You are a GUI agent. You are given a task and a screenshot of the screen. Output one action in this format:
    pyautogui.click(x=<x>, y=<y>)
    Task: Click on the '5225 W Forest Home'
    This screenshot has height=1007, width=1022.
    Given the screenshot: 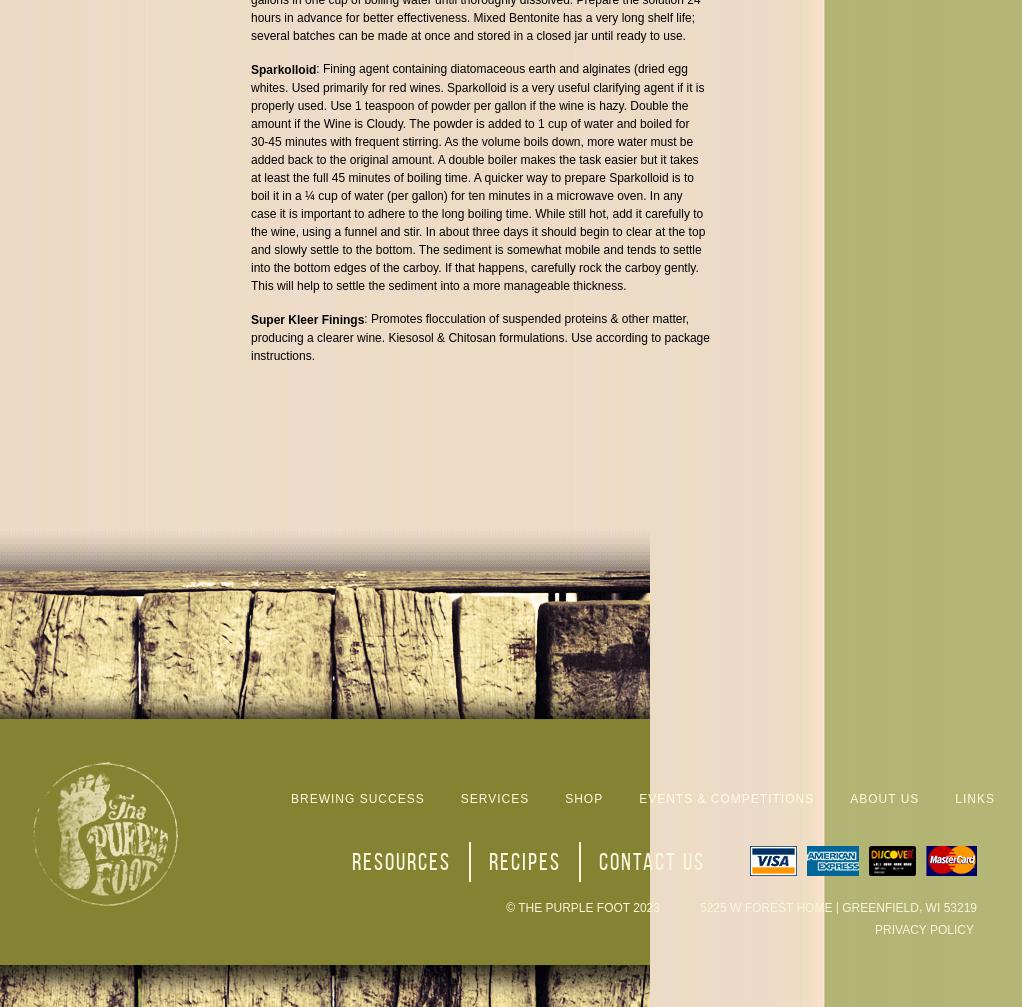 What is the action you would take?
    pyautogui.click(x=764, y=907)
    